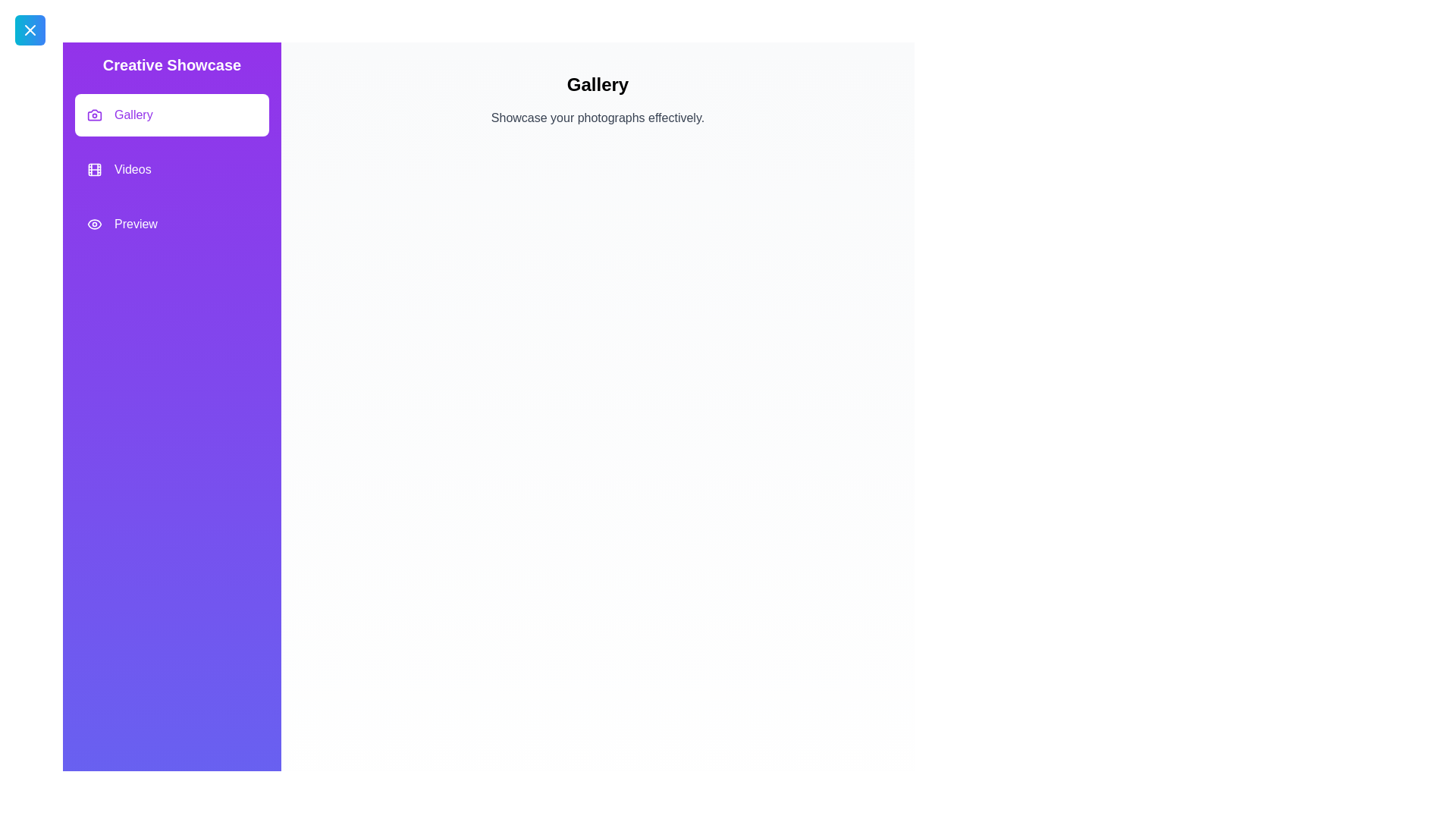 The image size is (1456, 819). Describe the element at coordinates (171, 114) in the screenshot. I see `the feature Gallery from the feature list` at that location.